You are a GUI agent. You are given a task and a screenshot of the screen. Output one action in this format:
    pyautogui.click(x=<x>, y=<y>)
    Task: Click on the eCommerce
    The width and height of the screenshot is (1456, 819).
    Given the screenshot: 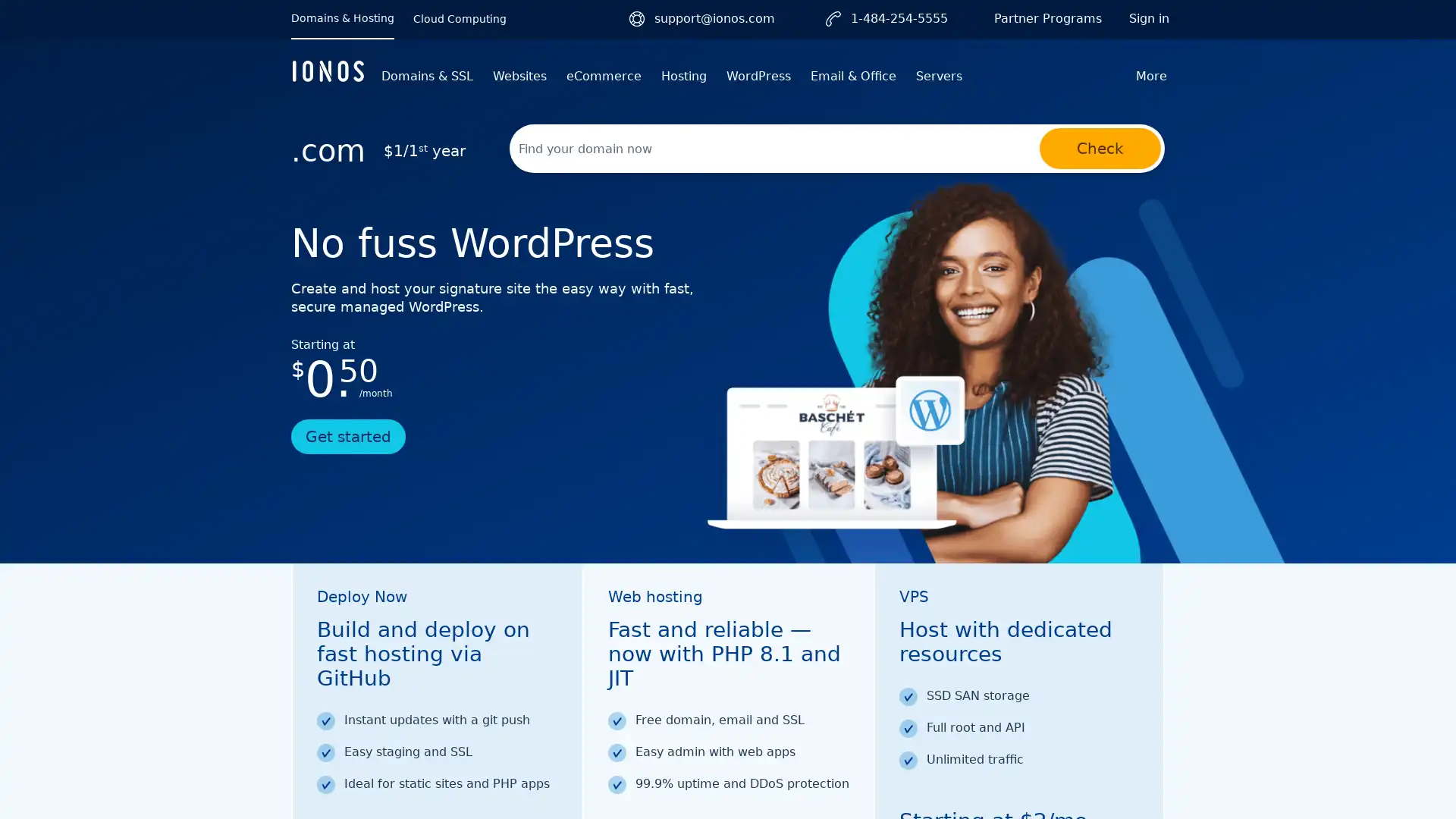 What is the action you would take?
    pyautogui.click(x=593, y=76)
    